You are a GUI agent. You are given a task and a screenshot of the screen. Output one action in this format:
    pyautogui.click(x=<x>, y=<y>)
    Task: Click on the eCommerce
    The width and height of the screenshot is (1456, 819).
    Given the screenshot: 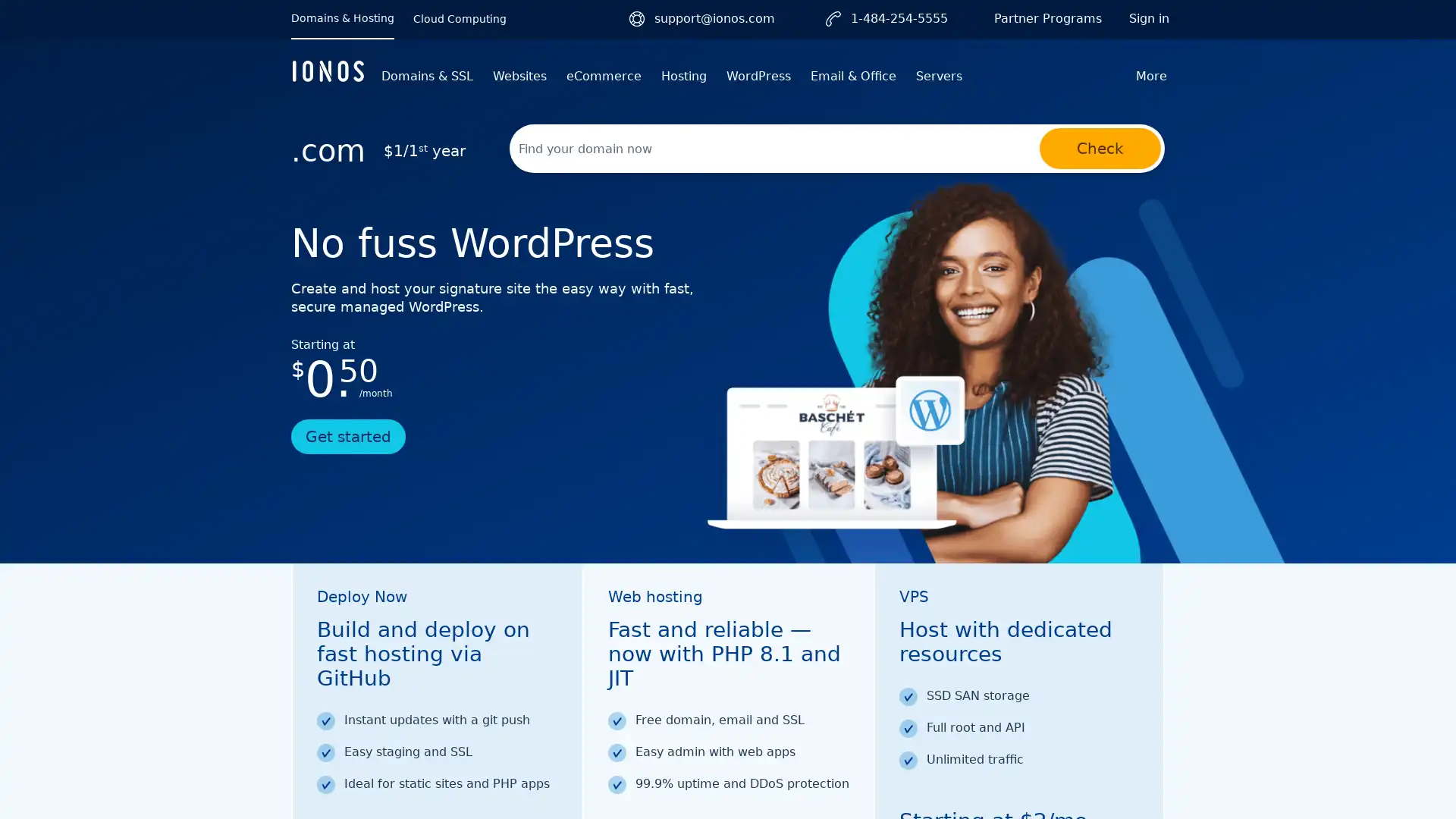 What is the action you would take?
    pyautogui.click(x=593, y=76)
    